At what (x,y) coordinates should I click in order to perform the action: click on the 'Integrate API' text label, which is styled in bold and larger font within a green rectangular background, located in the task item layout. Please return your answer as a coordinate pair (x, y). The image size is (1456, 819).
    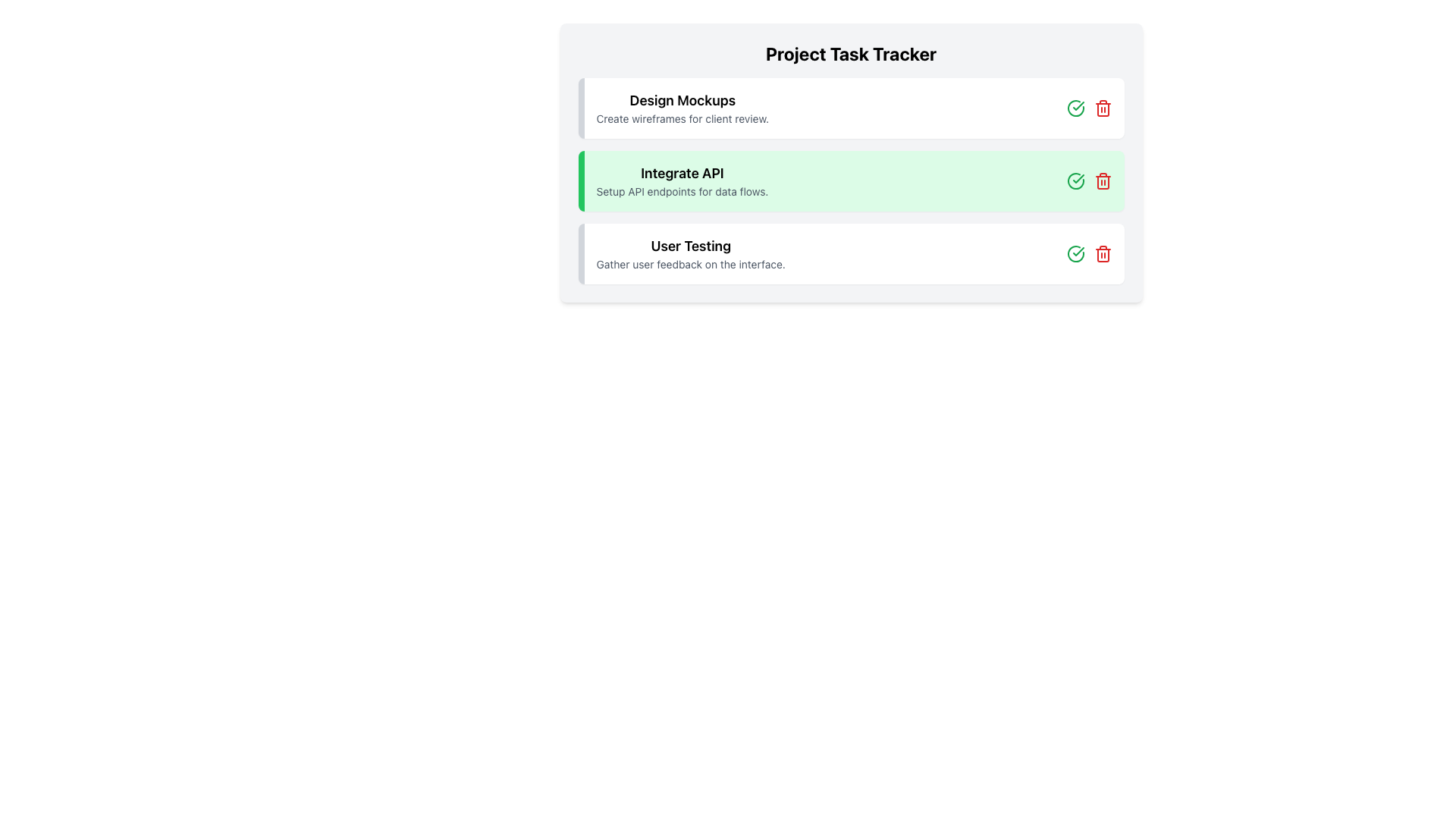
    Looking at the image, I should click on (681, 172).